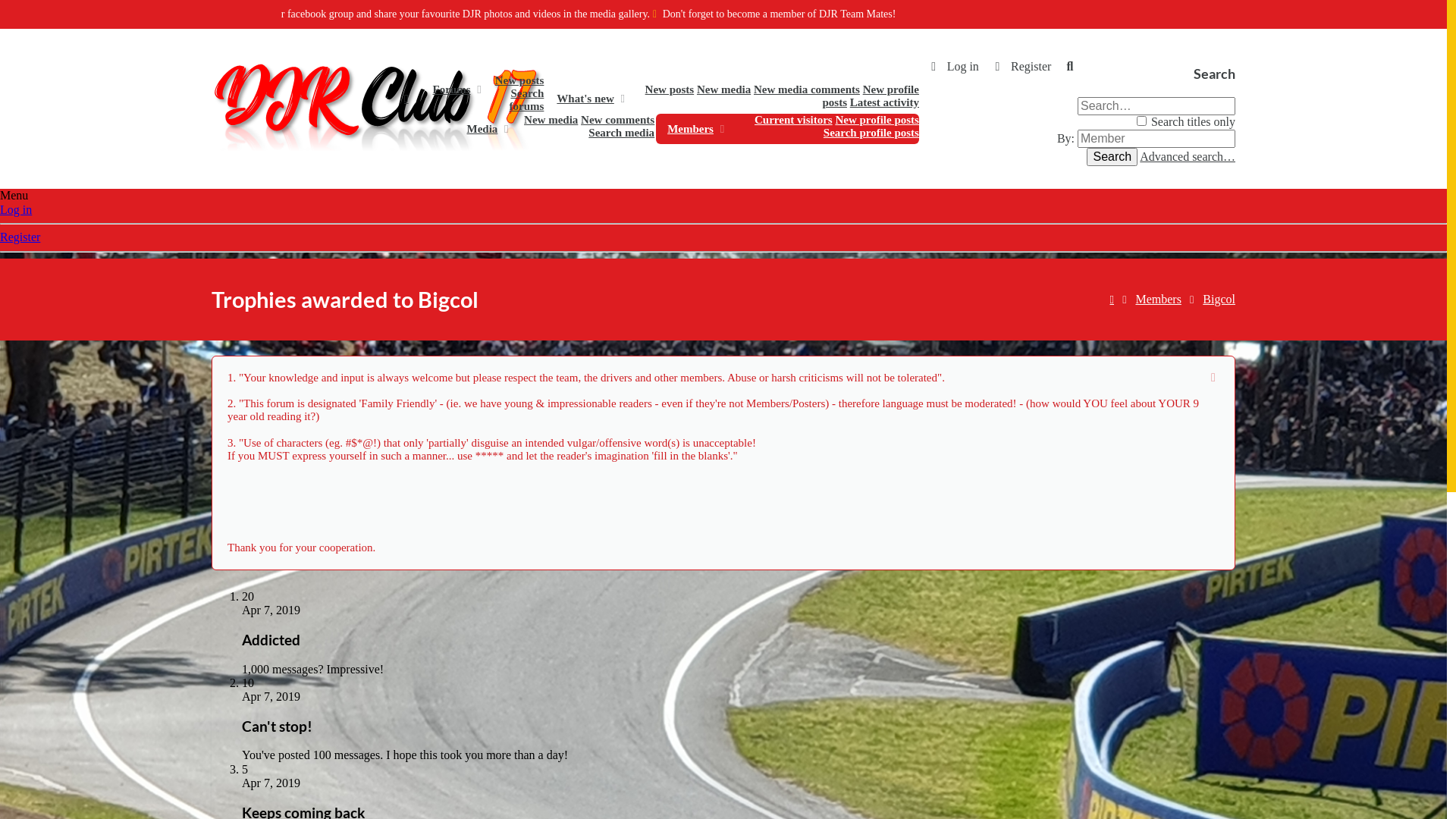  I want to click on 'New media', so click(524, 119).